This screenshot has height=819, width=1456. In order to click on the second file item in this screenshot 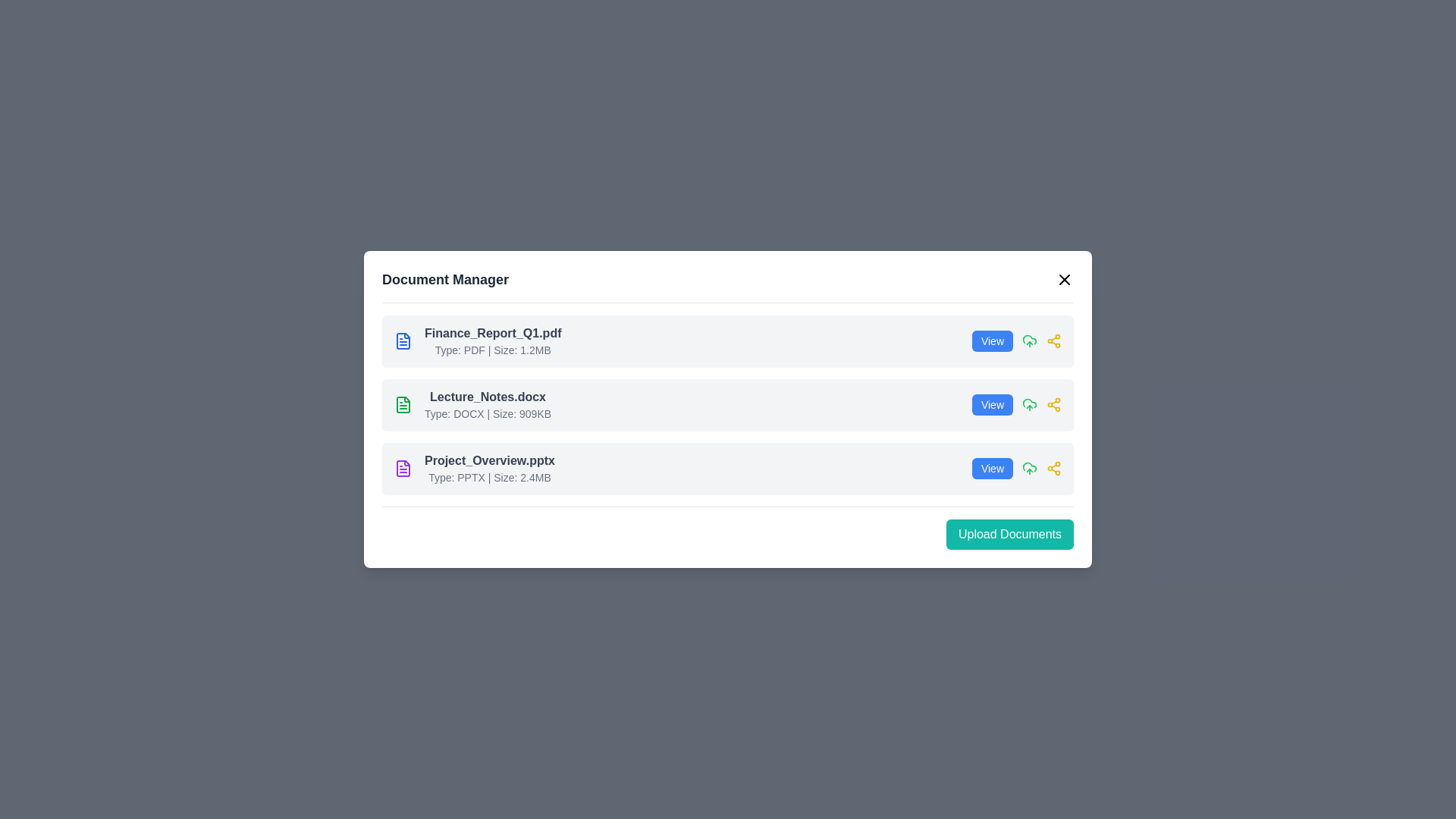, I will do `click(488, 403)`.